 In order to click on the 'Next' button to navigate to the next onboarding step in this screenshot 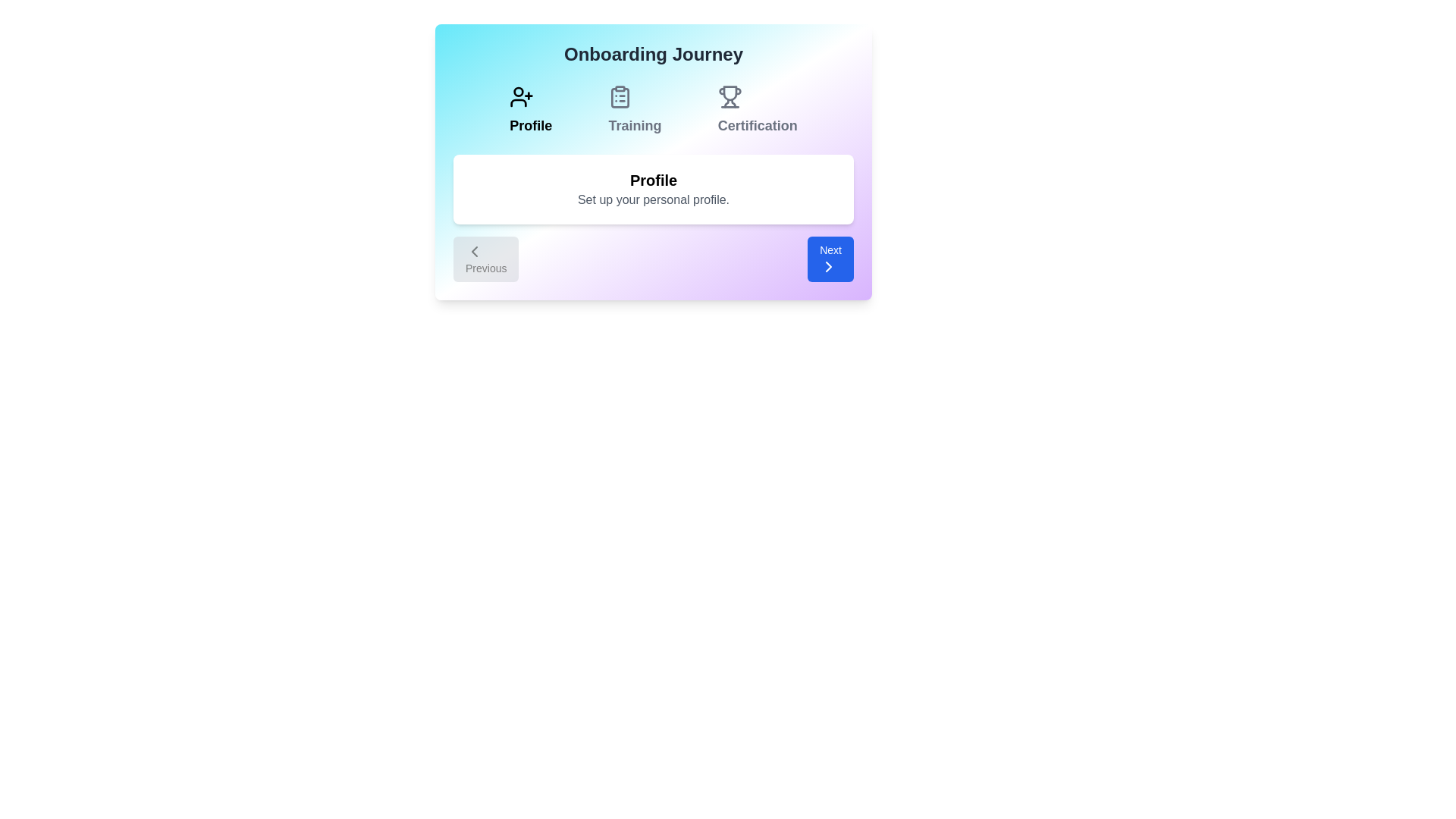, I will do `click(830, 259)`.